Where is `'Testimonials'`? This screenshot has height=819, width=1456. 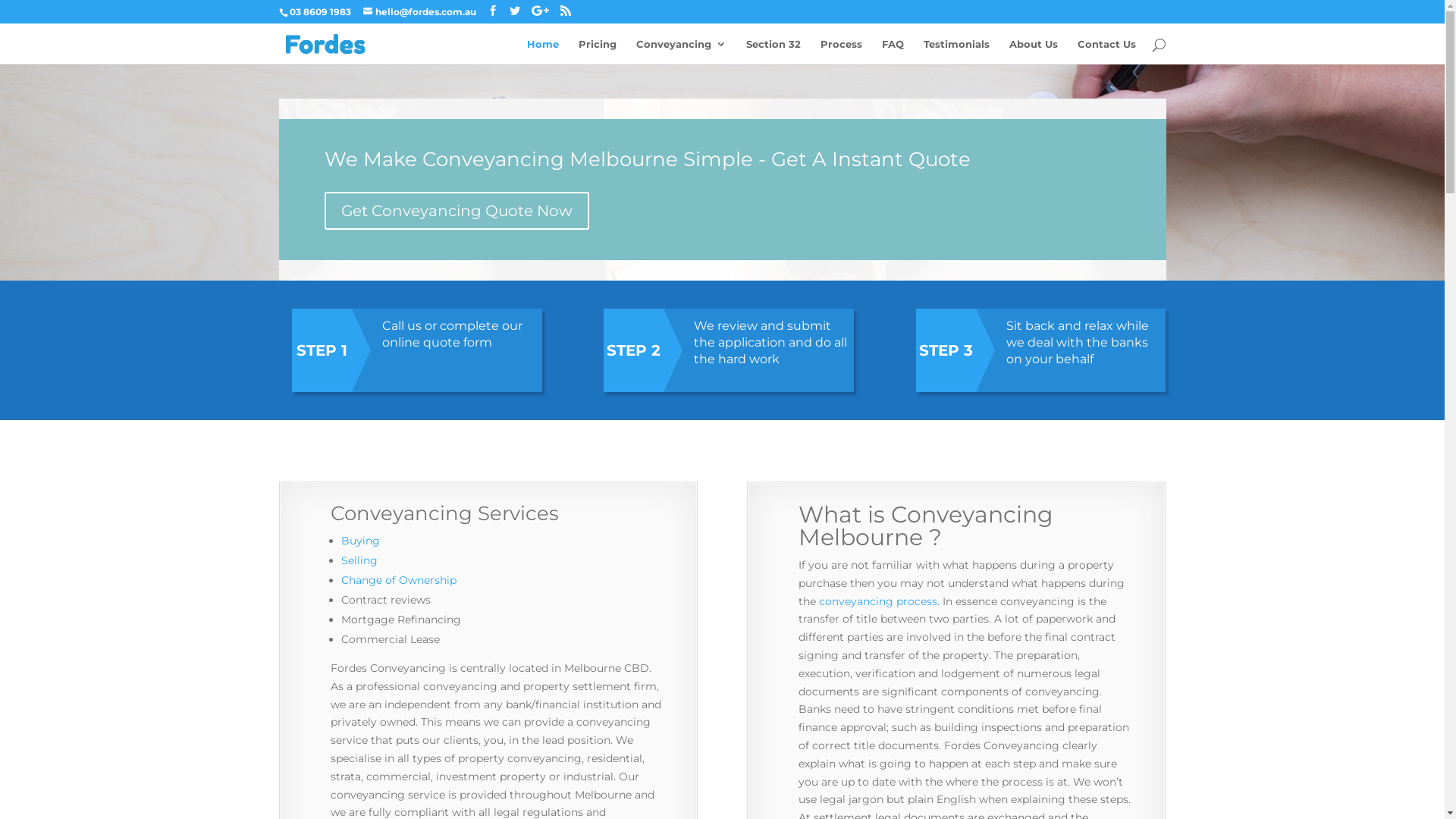 'Testimonials' is located at coordinates (955, 51).